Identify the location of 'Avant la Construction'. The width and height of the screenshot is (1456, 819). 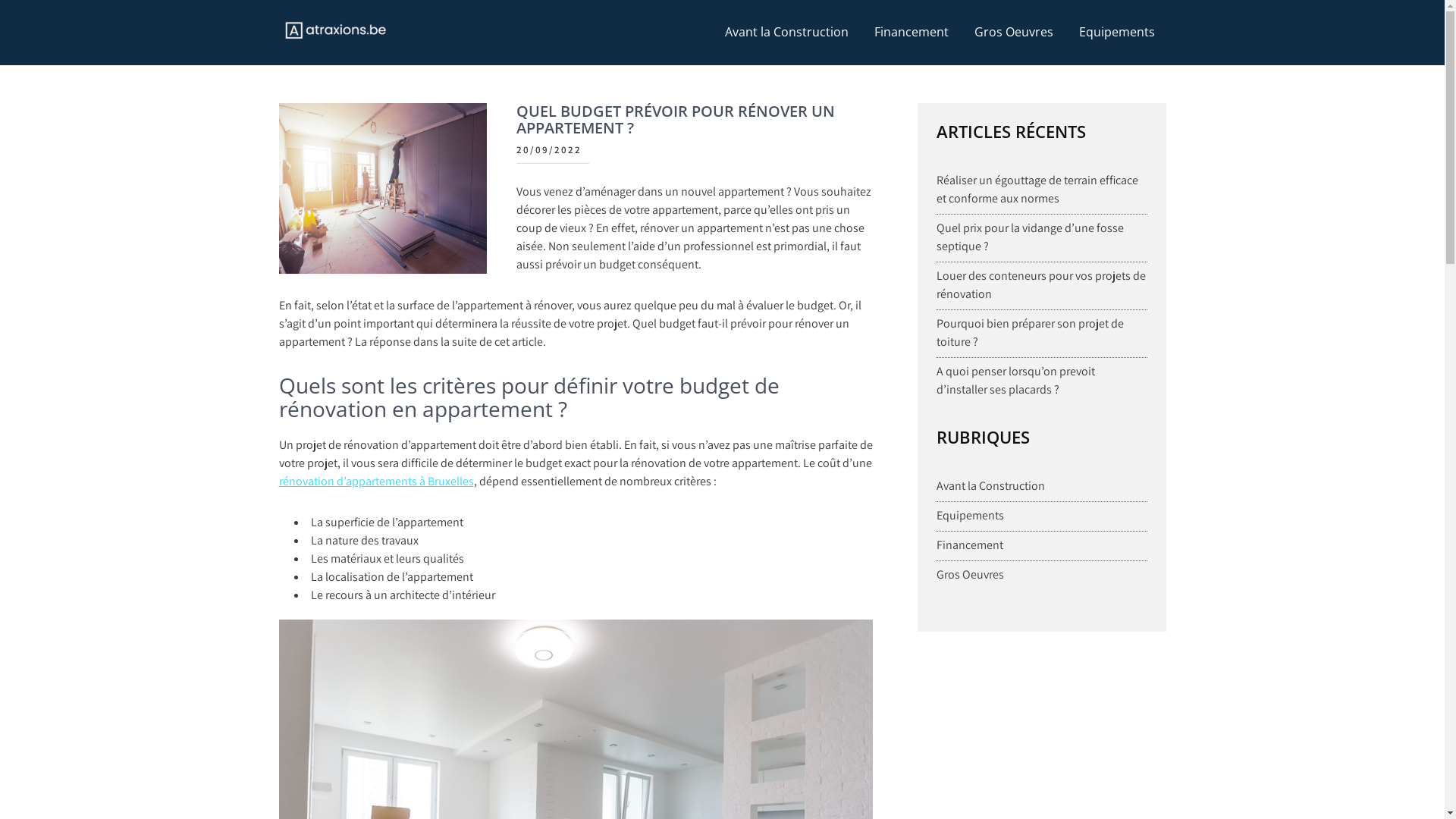
(990, 485).